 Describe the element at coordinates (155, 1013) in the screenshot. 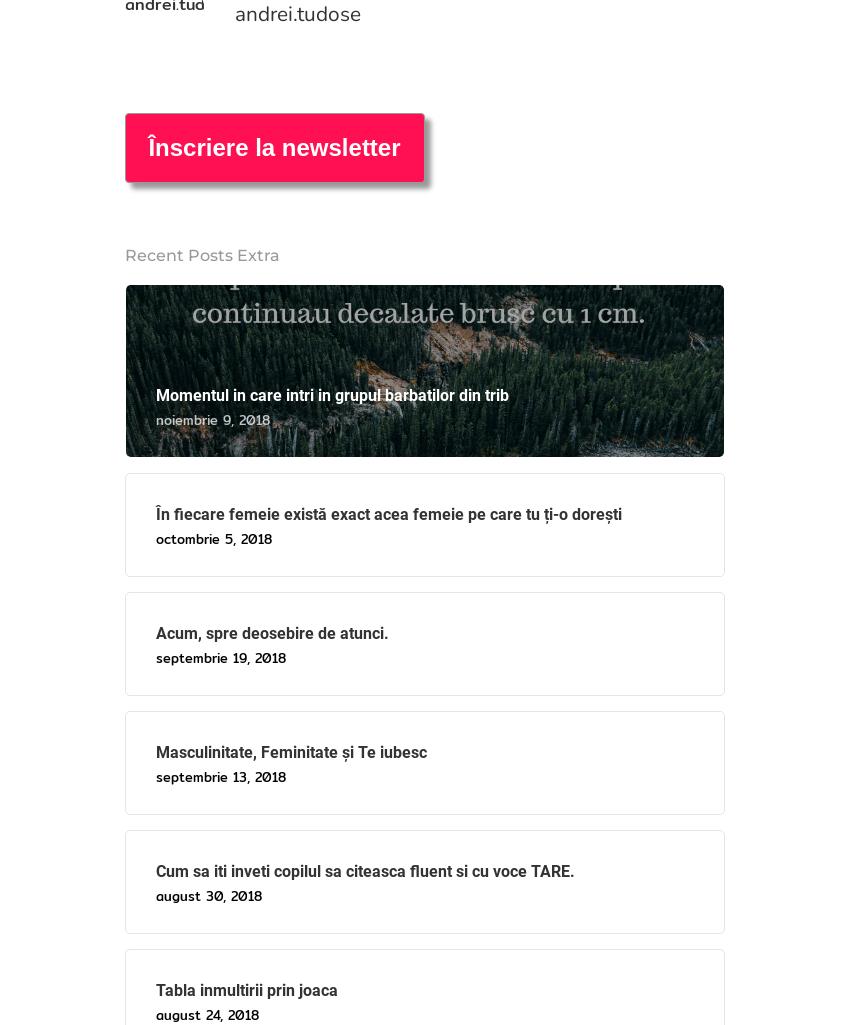

I see `'august 24, 2018'` at that location.